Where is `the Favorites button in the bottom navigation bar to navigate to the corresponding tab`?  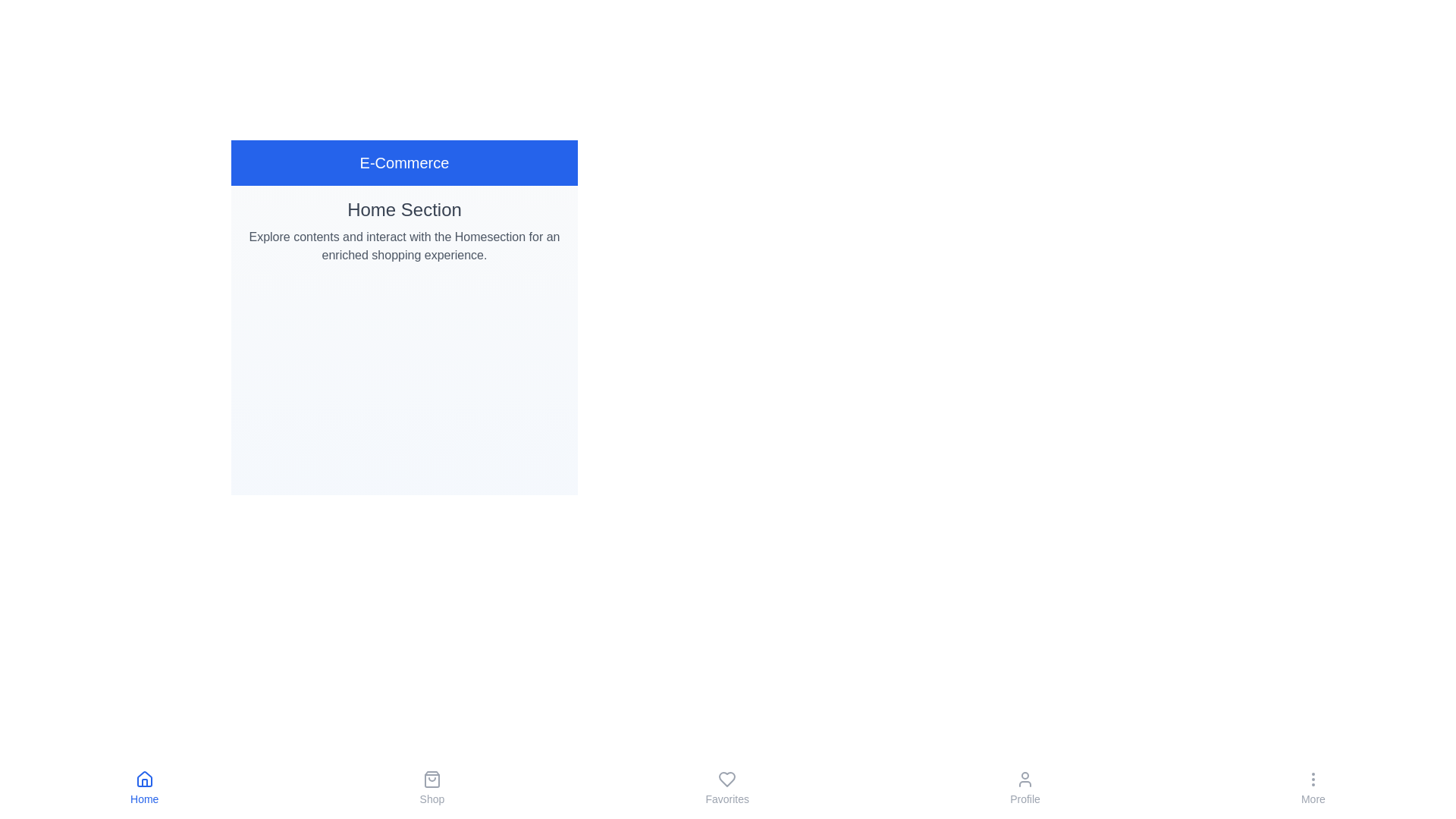
the Favorites button in the bottom navigation bar to navigate to the corresponding tab is located at coordinates (728, 788).